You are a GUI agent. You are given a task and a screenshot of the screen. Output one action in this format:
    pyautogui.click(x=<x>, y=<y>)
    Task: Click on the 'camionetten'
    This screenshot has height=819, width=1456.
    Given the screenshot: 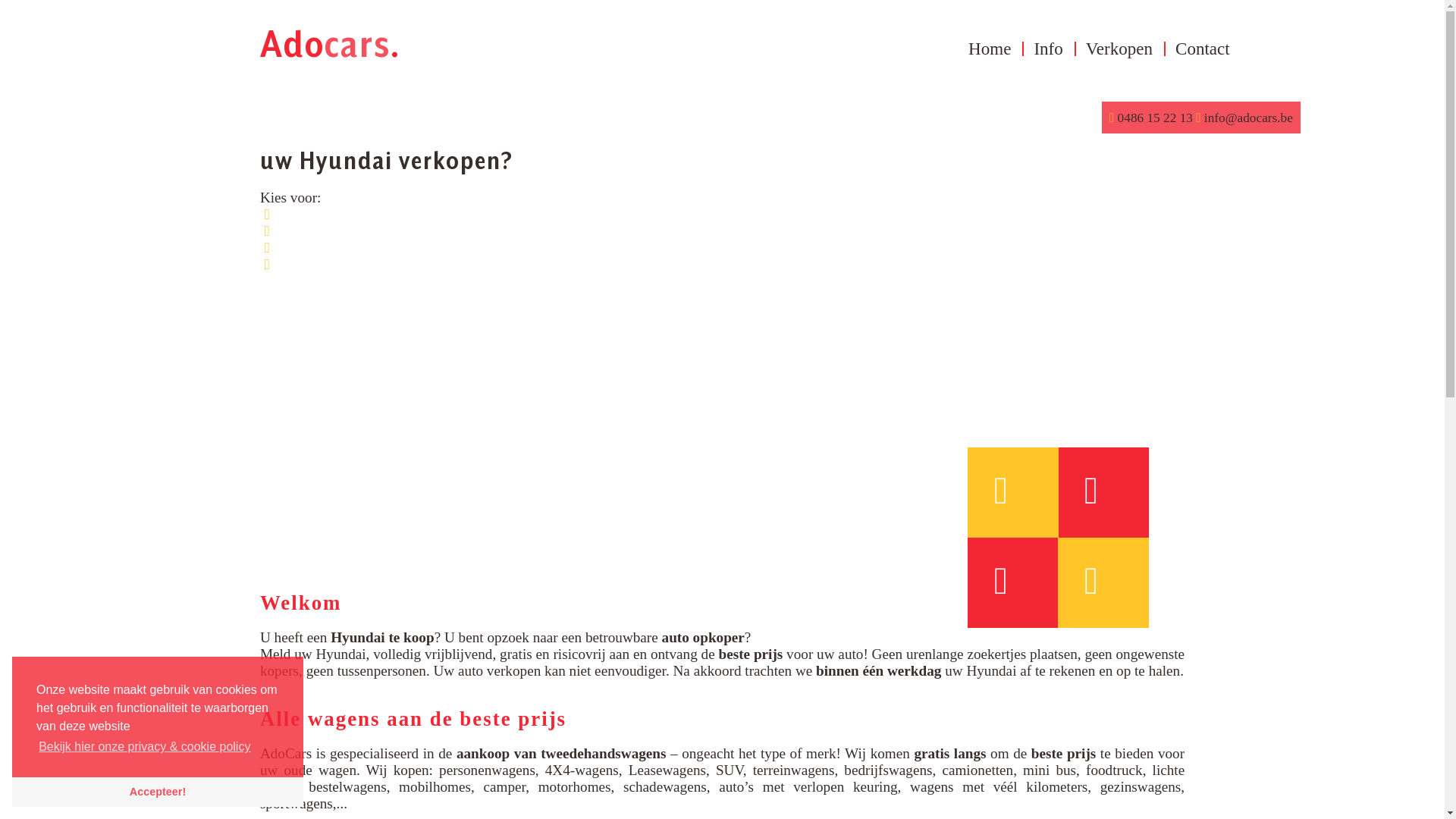 What is the action you would take?
    pyautogui.click(x=941, y=770)
    